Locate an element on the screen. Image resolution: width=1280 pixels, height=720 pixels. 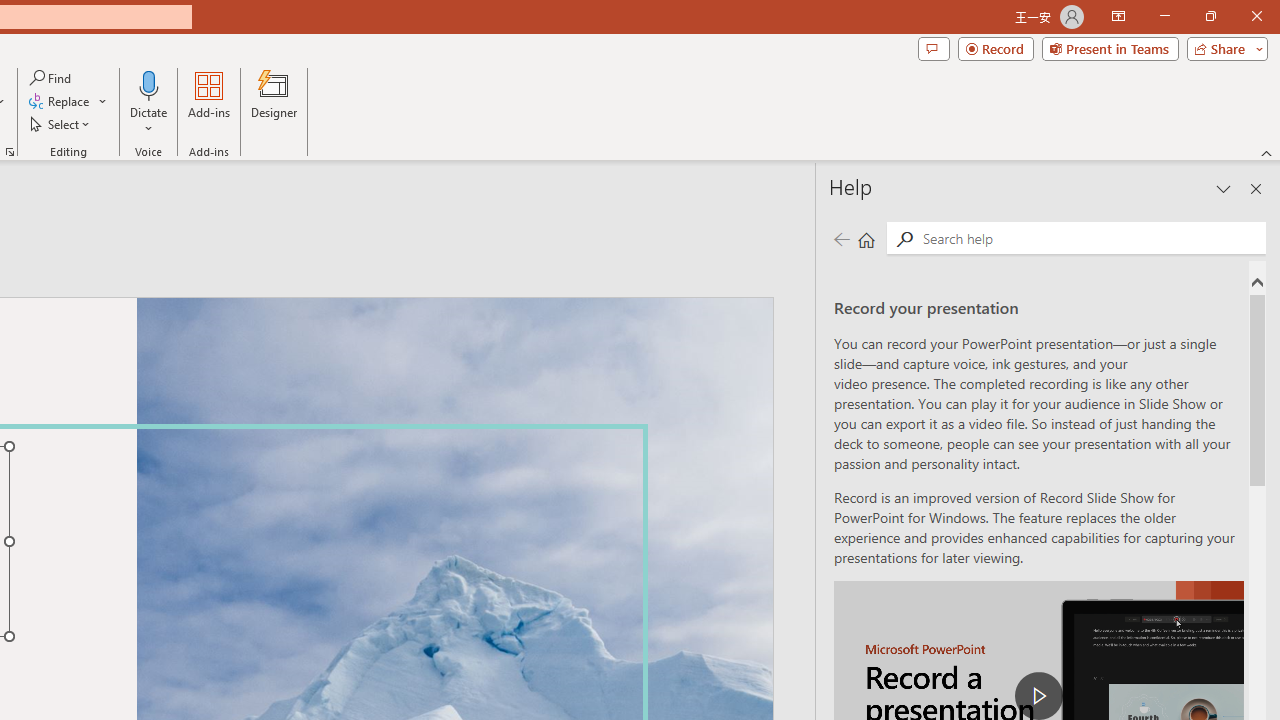
'Record' is located at coordinates (995, 47).